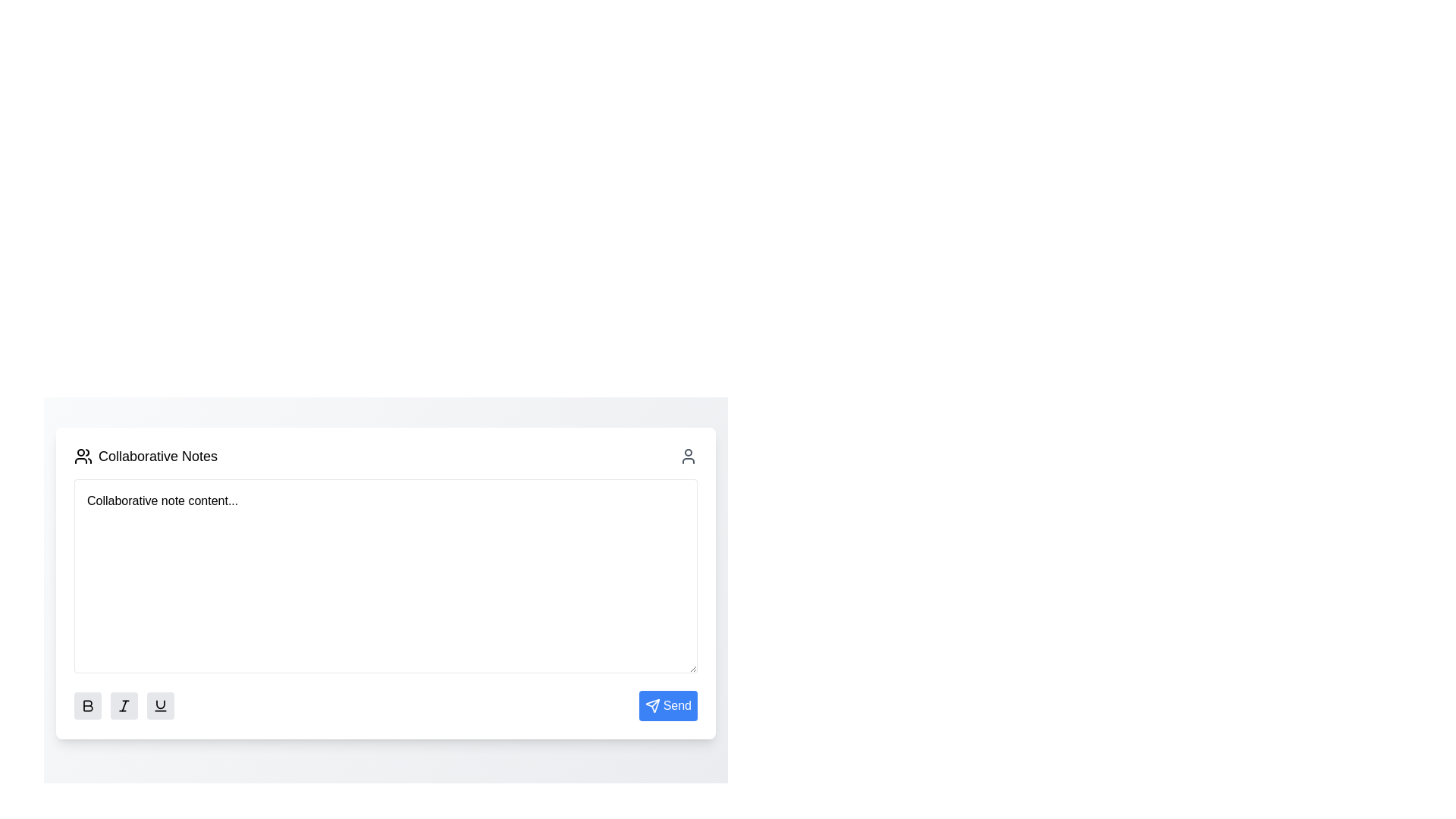 The image size is (1456, 819). What do you see at coordinates (124, 705) in the screenshot?
I see `the italic icon button, which is a slanted 'I' located in the formatting toolbar beneath the 'Collaborative Notes' input area, specifically the second button from the left` at bounding box center [124, 705].